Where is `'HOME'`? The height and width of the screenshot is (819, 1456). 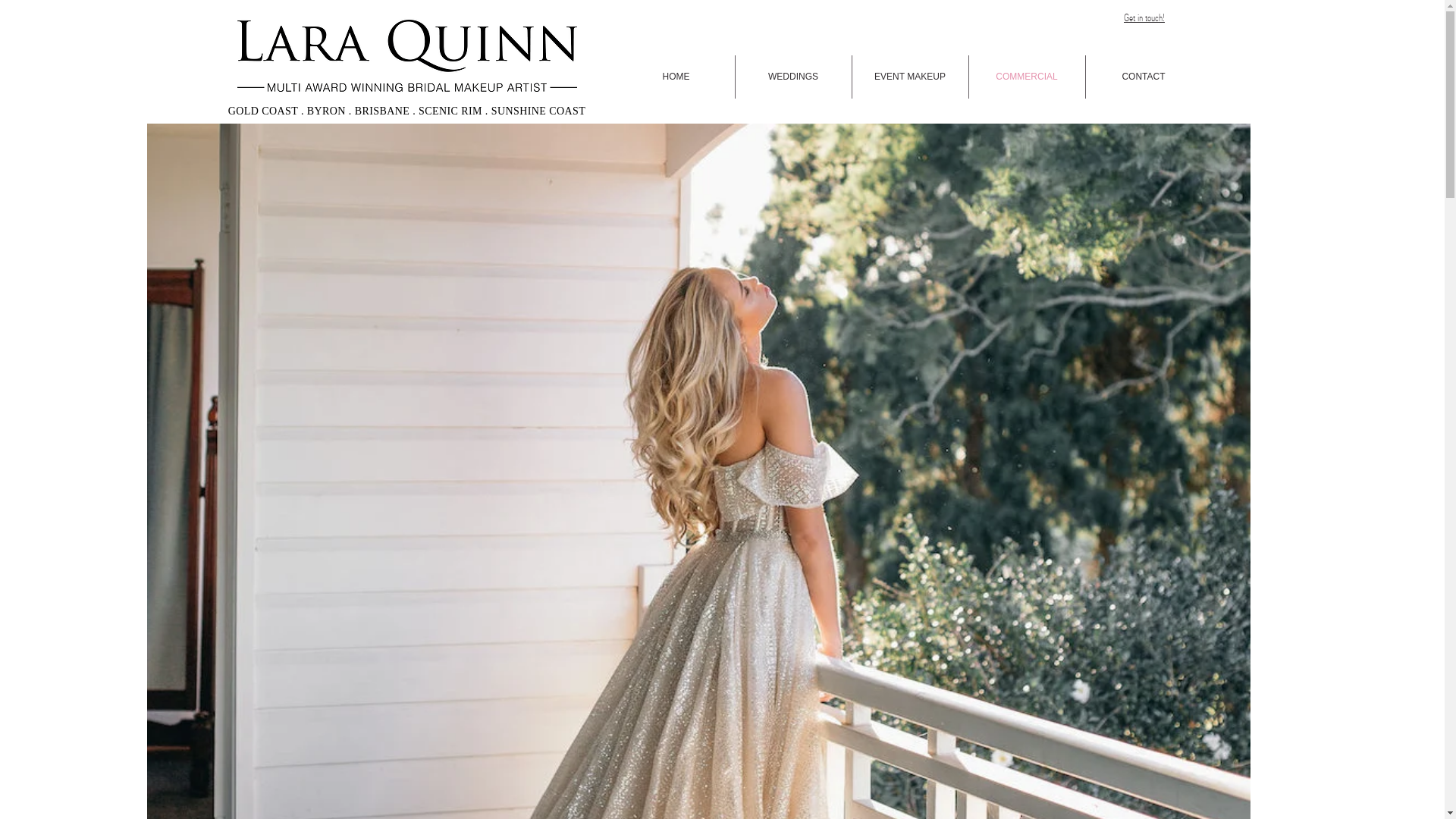 'HOME' is located at coordinates (675, 77).